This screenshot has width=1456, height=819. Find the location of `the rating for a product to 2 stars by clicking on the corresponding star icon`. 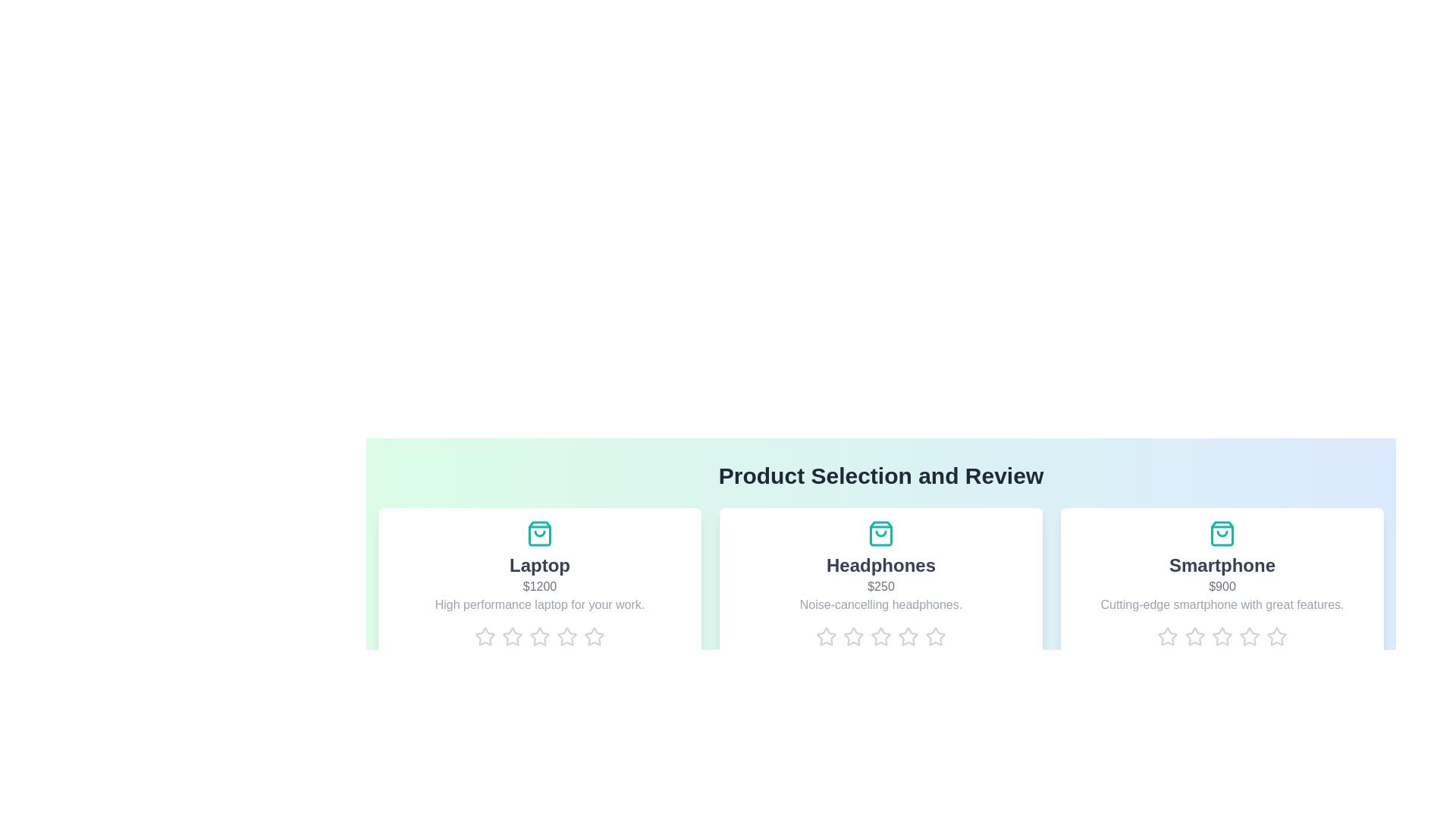

the rating for a product to 2 stars by clicking on the corresponding star icon is located at coordinates (513, 637).